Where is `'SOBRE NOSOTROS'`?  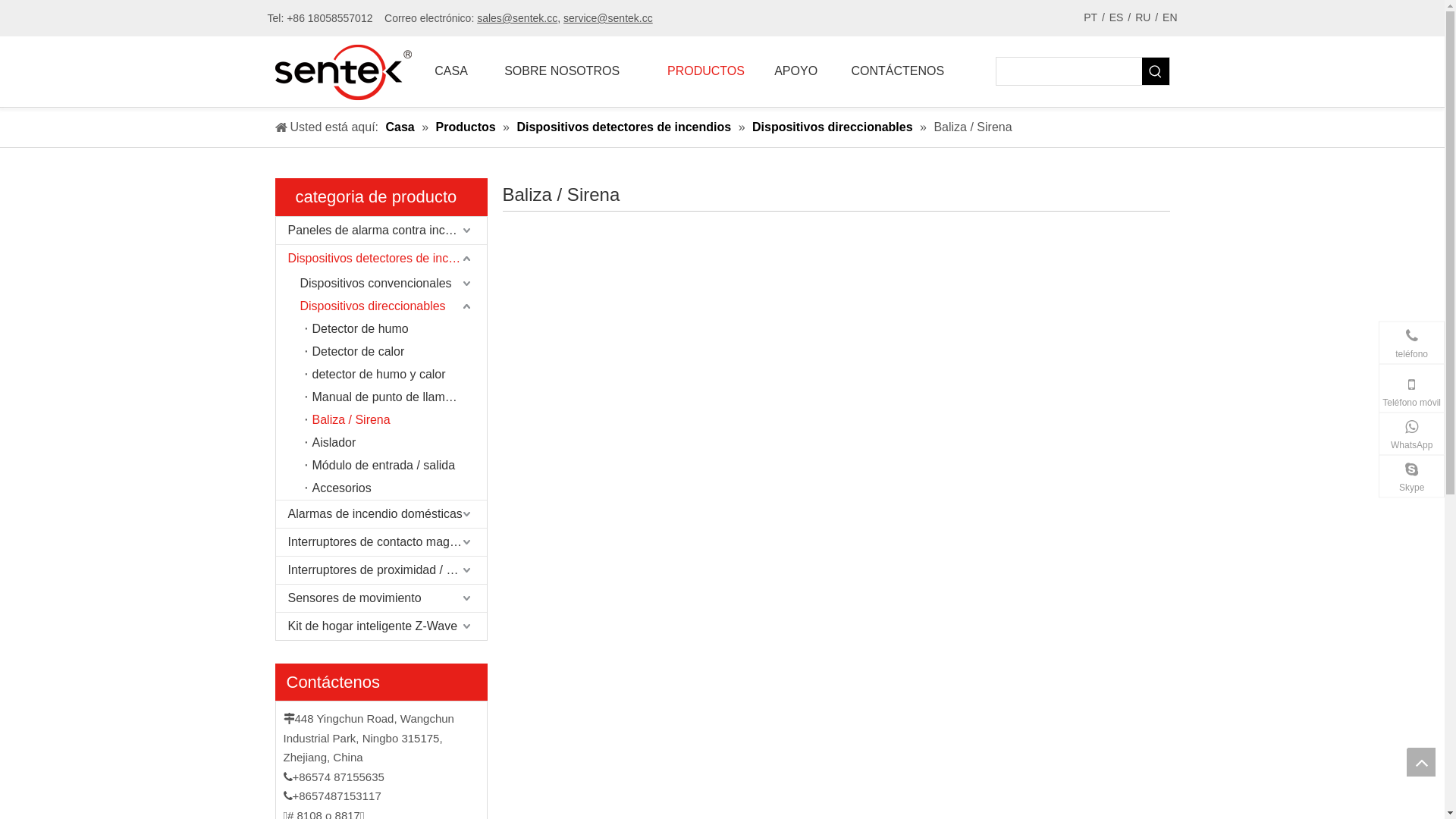
'SOBRE NOSOTROS' is located at coordinates (475, 71).